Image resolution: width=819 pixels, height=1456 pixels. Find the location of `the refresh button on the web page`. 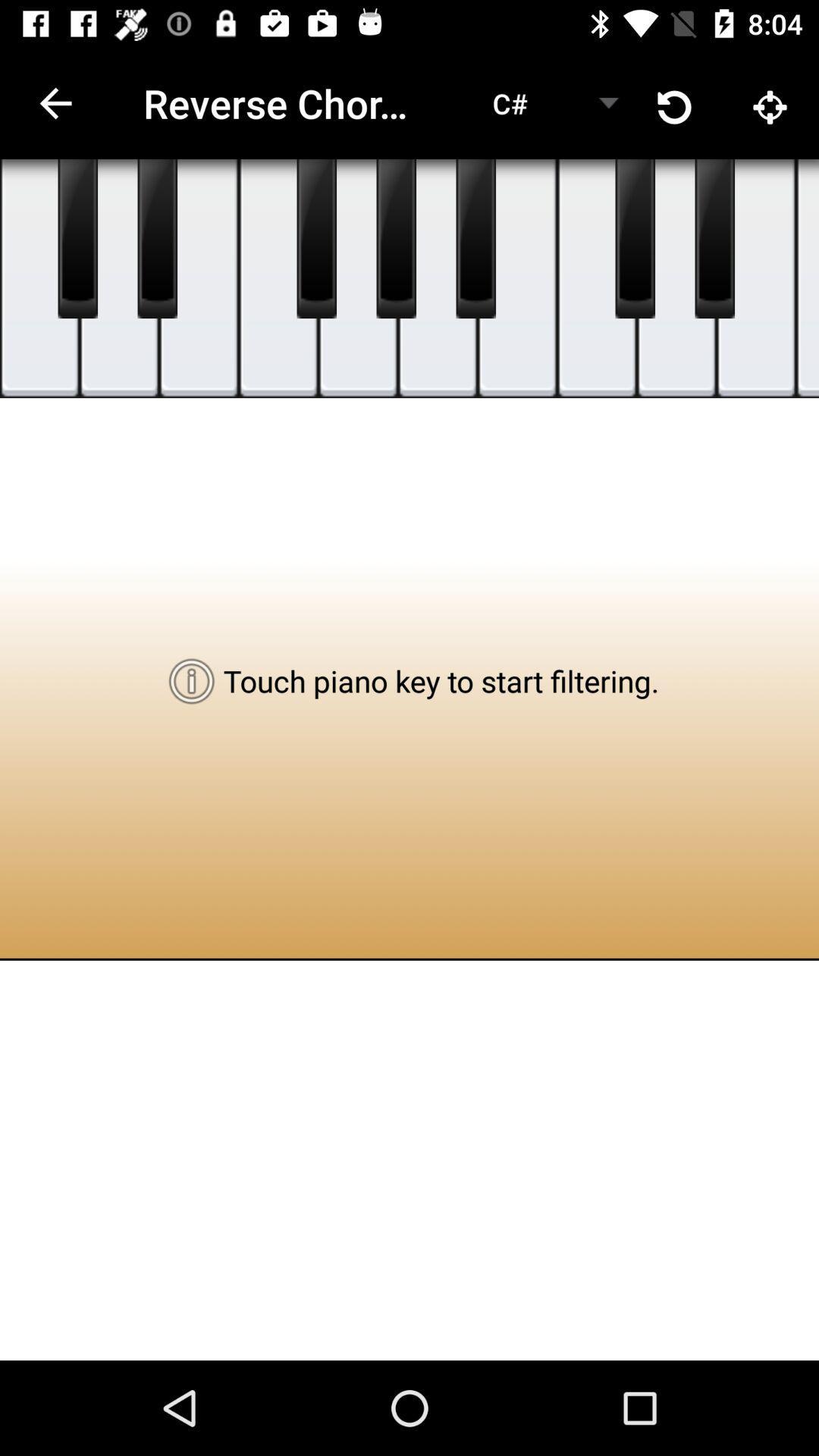

the refresh button on the web page is located at coordinates (675, 103).